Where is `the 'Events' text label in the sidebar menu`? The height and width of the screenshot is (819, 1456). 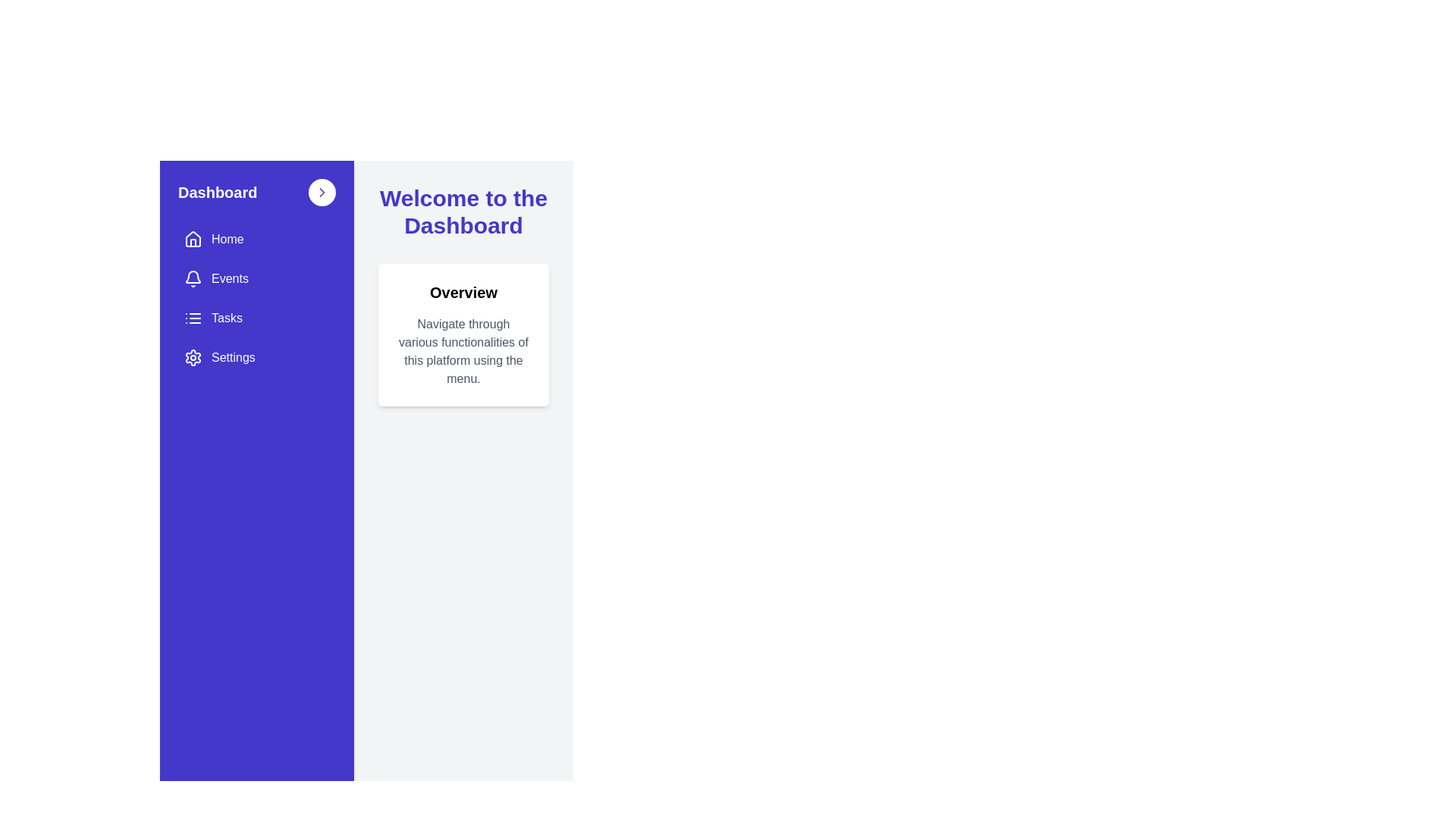
the 'Events' text label in the sidebar menu is located at coordinates (229, 278).